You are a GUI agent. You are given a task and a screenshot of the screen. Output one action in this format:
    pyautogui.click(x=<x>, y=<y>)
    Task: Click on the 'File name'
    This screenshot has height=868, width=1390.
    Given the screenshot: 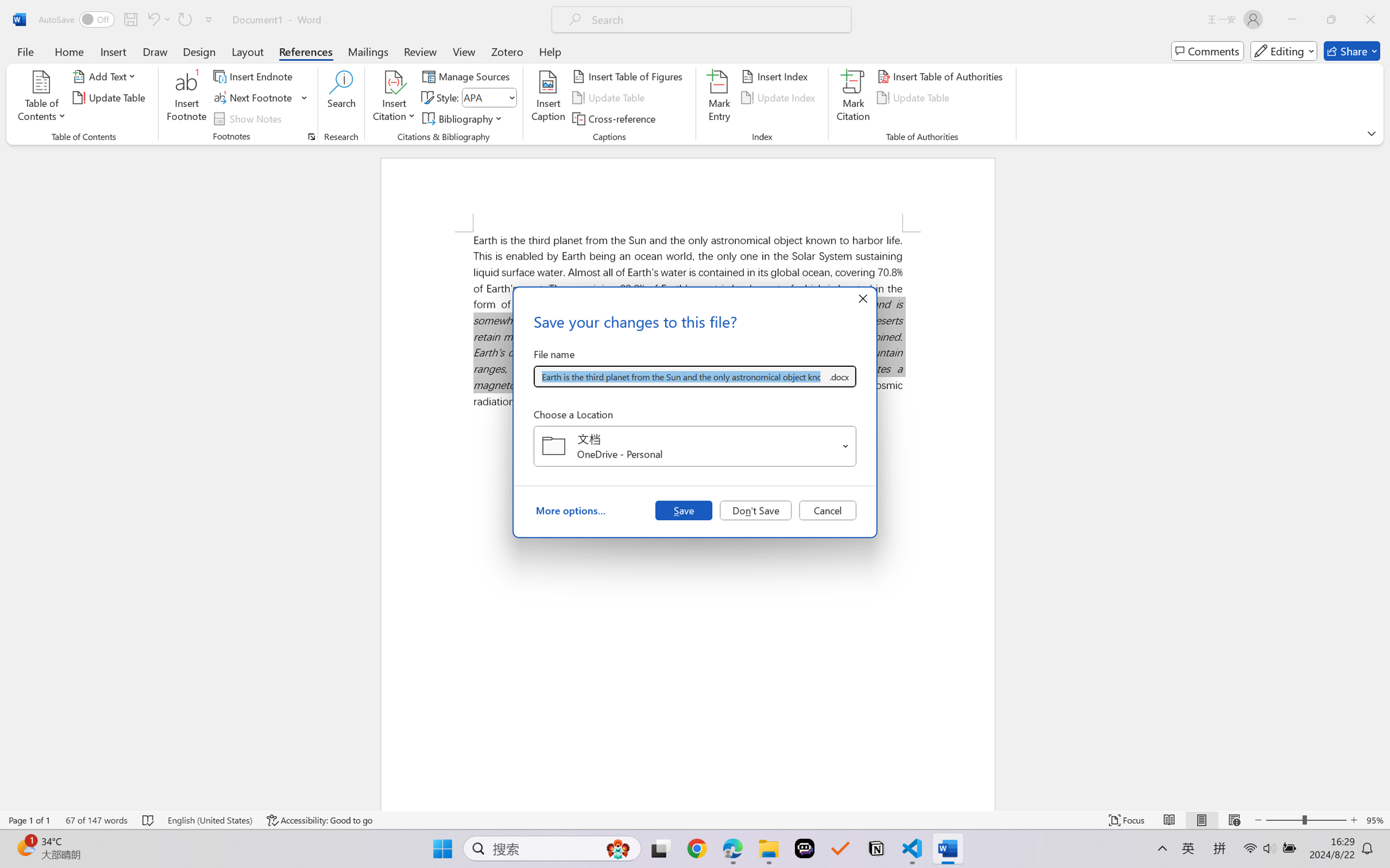 What is the action you would take?
    pyautogui.click(x=680, y=377)
    